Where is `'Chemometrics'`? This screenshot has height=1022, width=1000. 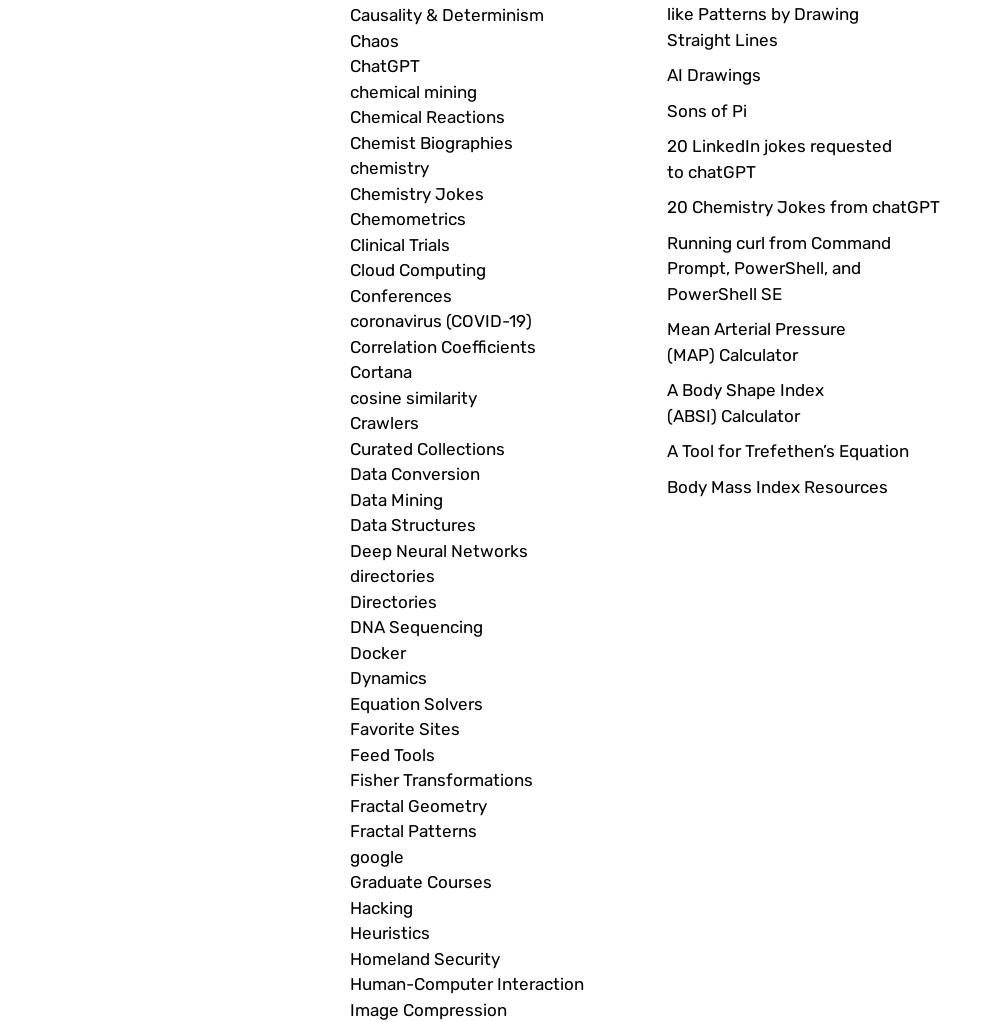
'Chemometrics' is located at coordinates (408, 219).